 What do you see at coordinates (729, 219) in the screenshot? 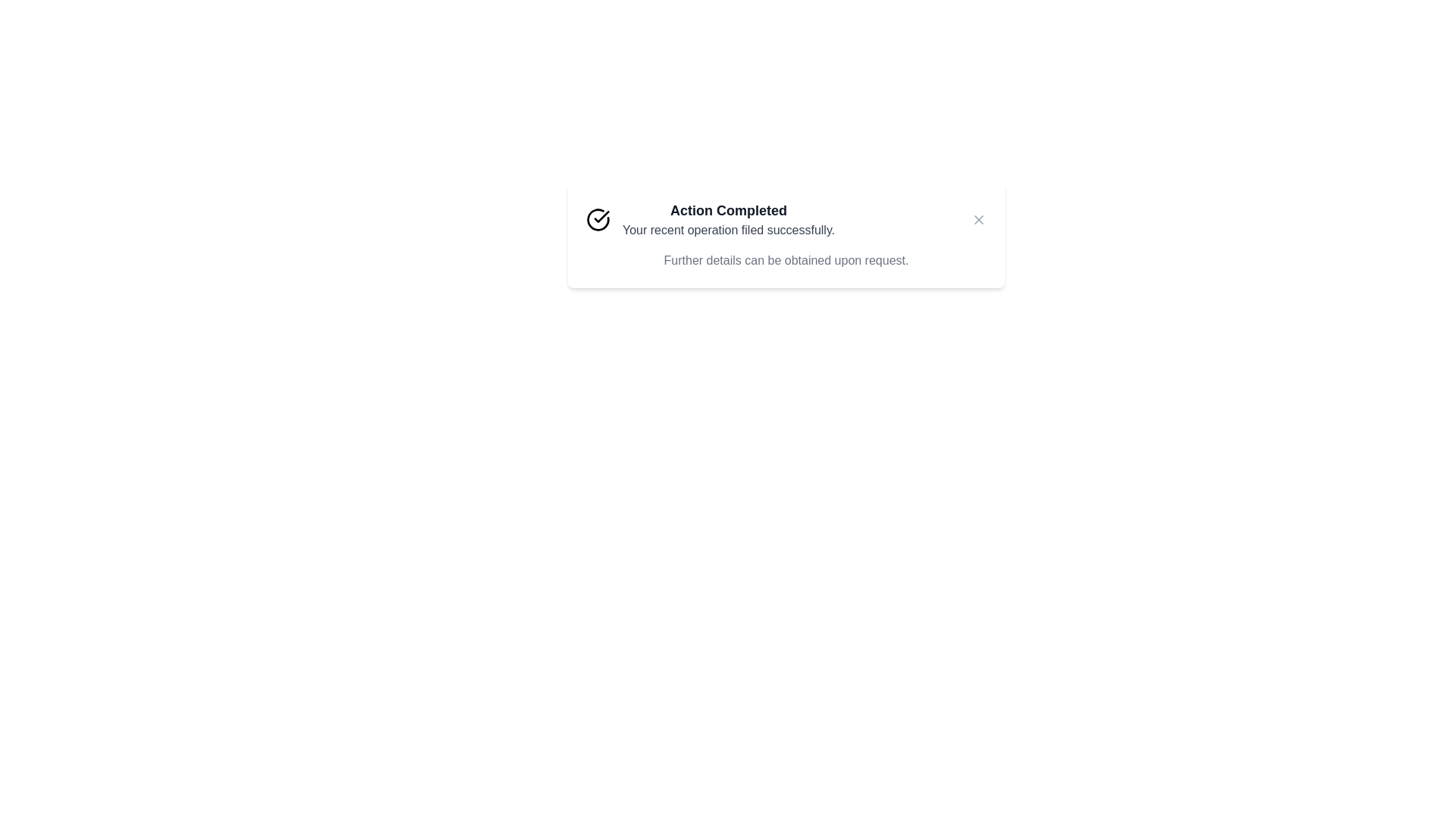
I see `text displayed in the Text display block that states 'Action Completed' and 'Your recent operation filed successfully.'` at bounding box center [729, 219].